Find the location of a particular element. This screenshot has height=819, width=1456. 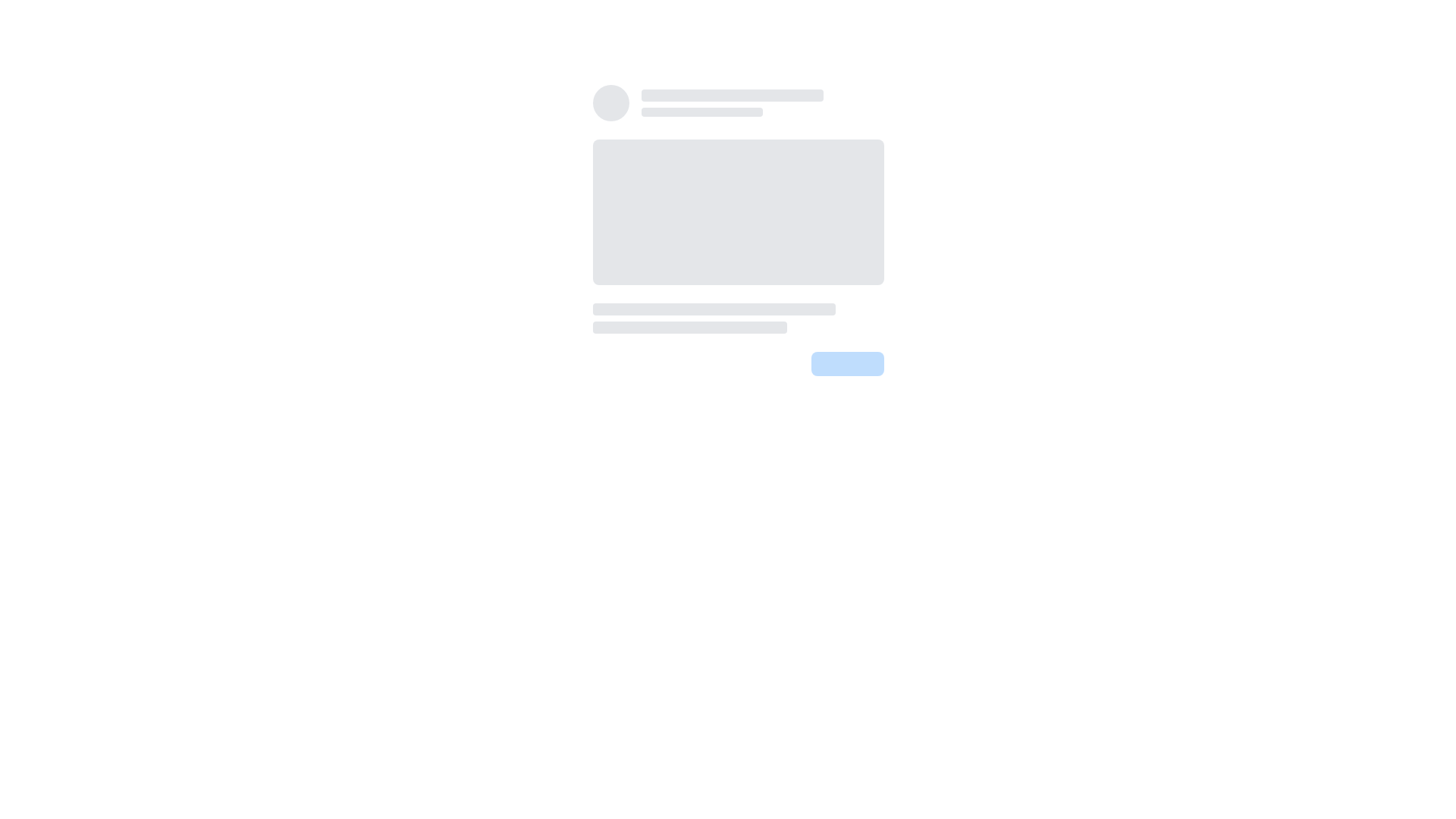

the top placeholder stripe element that serves as a loader, indicating that content is loading is located at coordinates (732, 96).